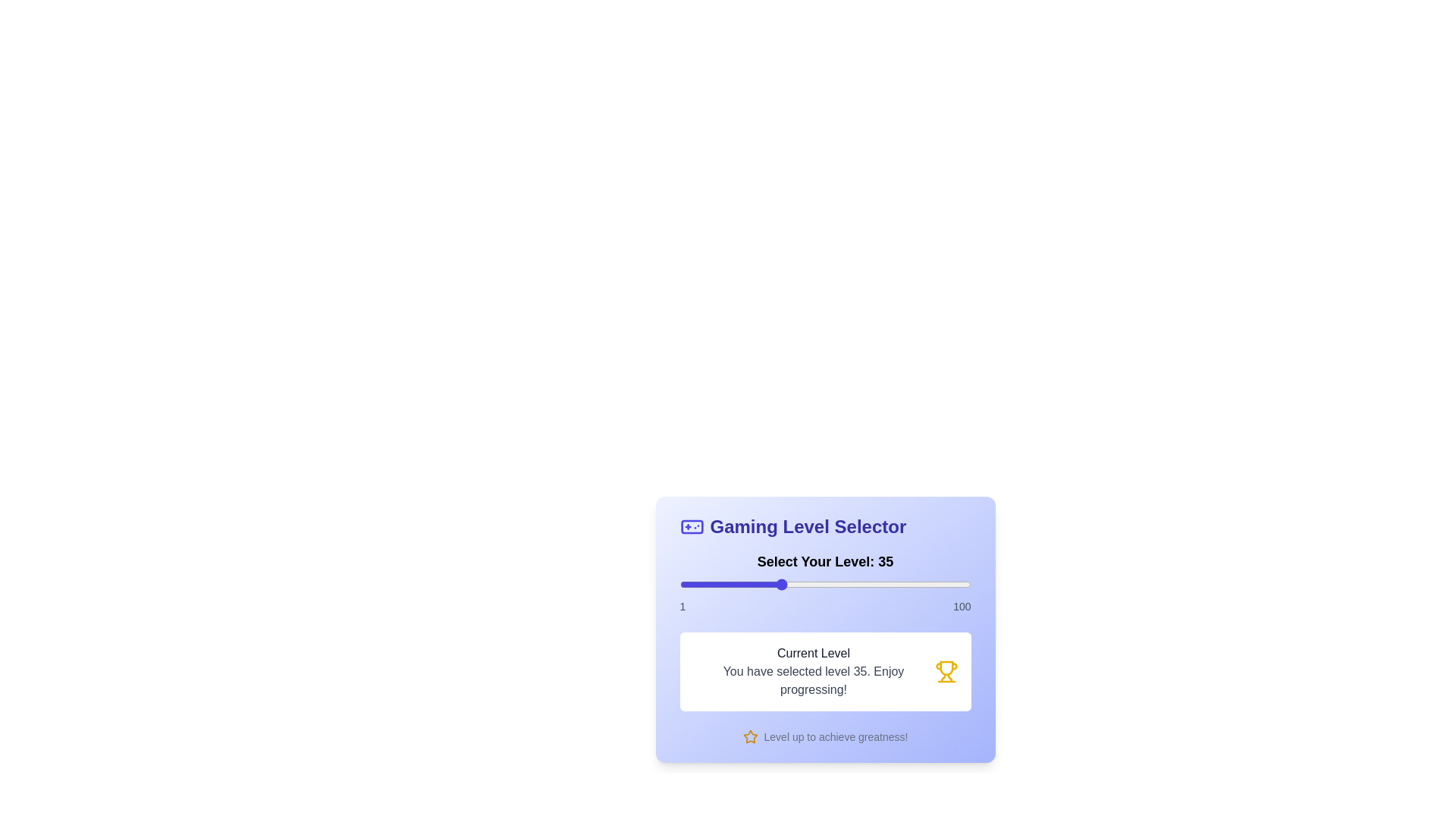  I want to click on the level, so click(696, 584).